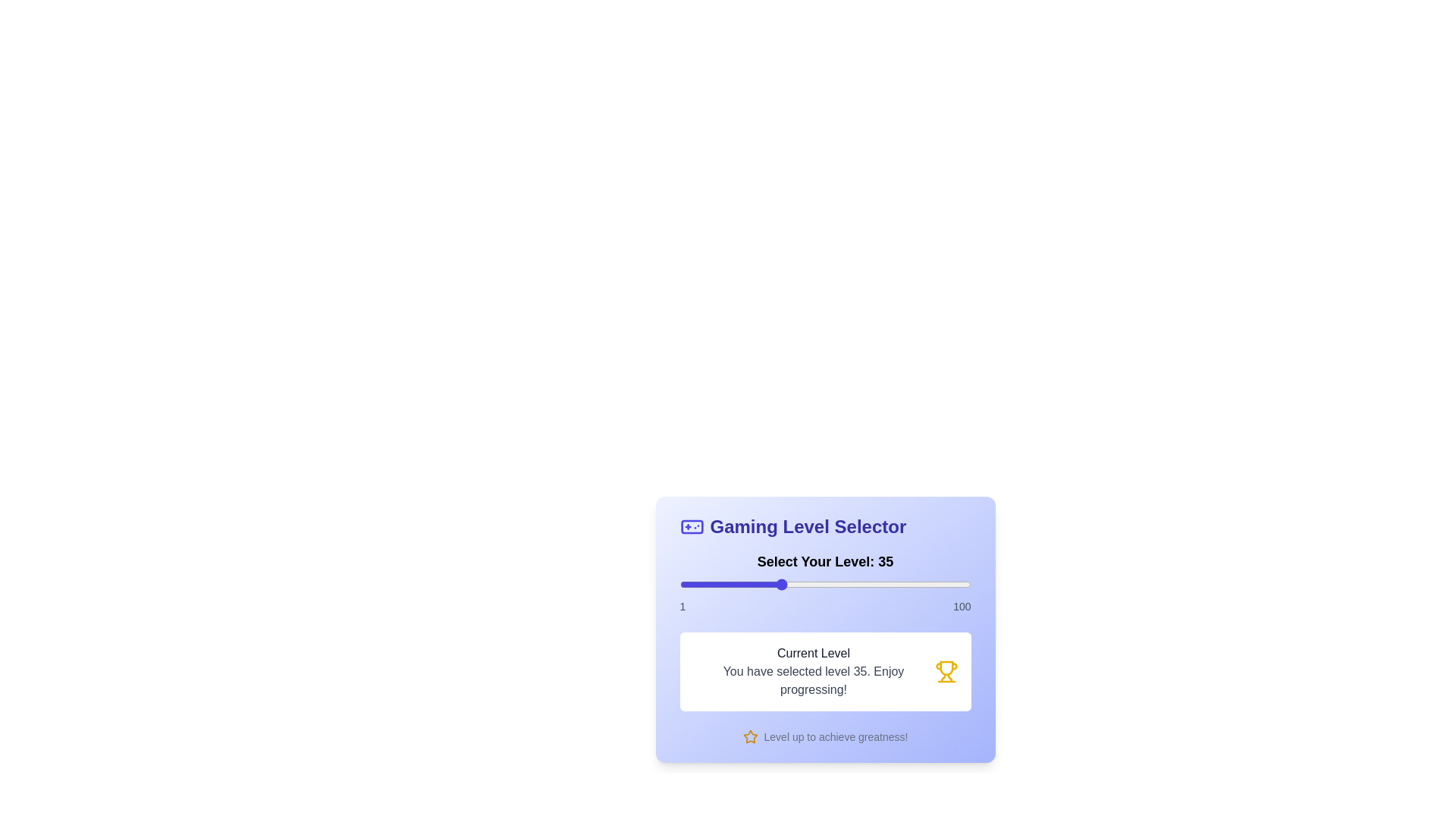  I want to click on the level, so click(696, 584).